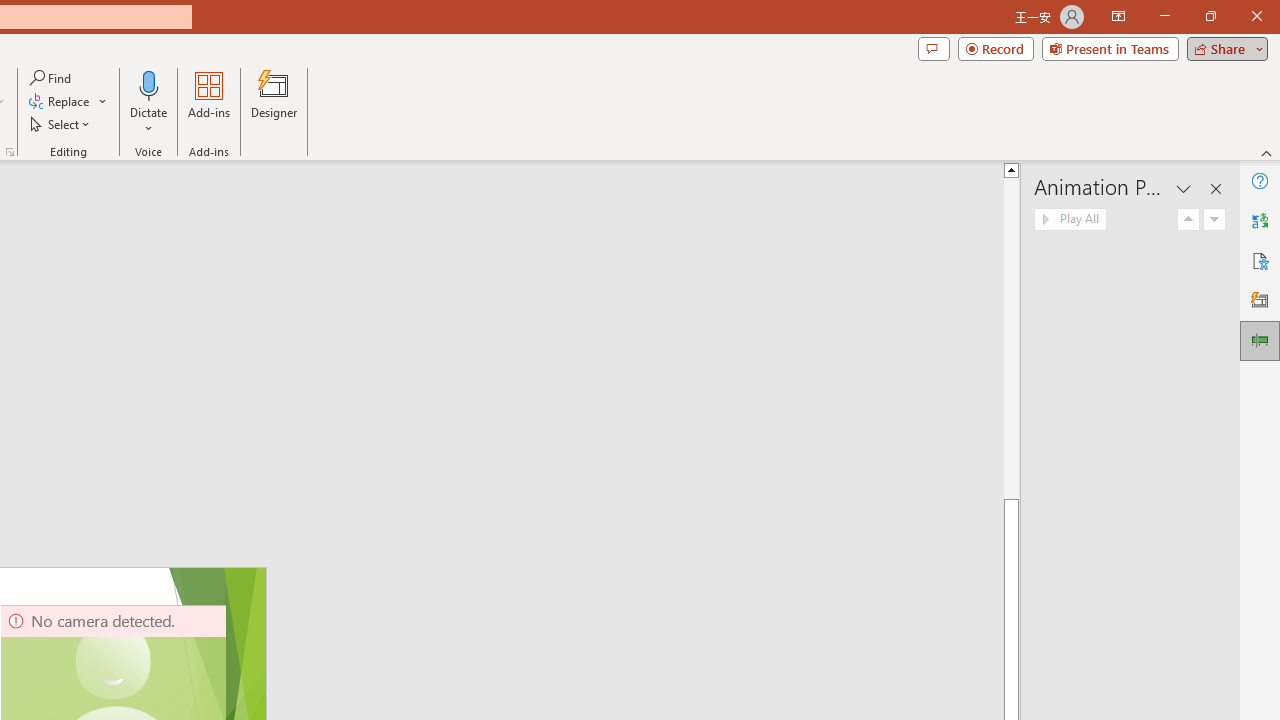  Describe the element at coordinates (60, 101) in the screenshot. I see `'Replace...'` at that location.